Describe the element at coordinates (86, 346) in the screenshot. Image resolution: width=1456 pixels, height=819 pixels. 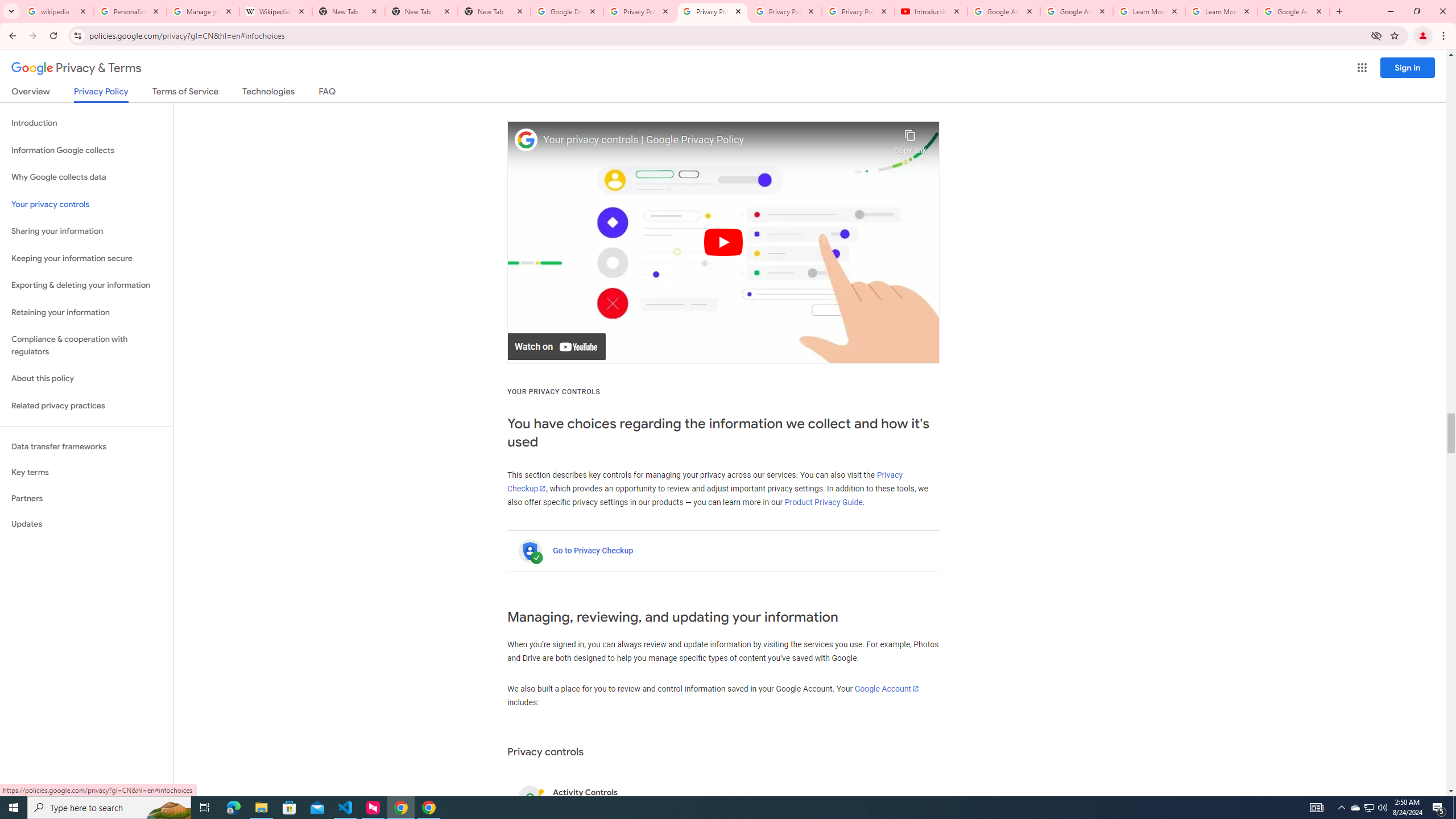
I see `'Compliance & cooperation with regulators'` at that location.